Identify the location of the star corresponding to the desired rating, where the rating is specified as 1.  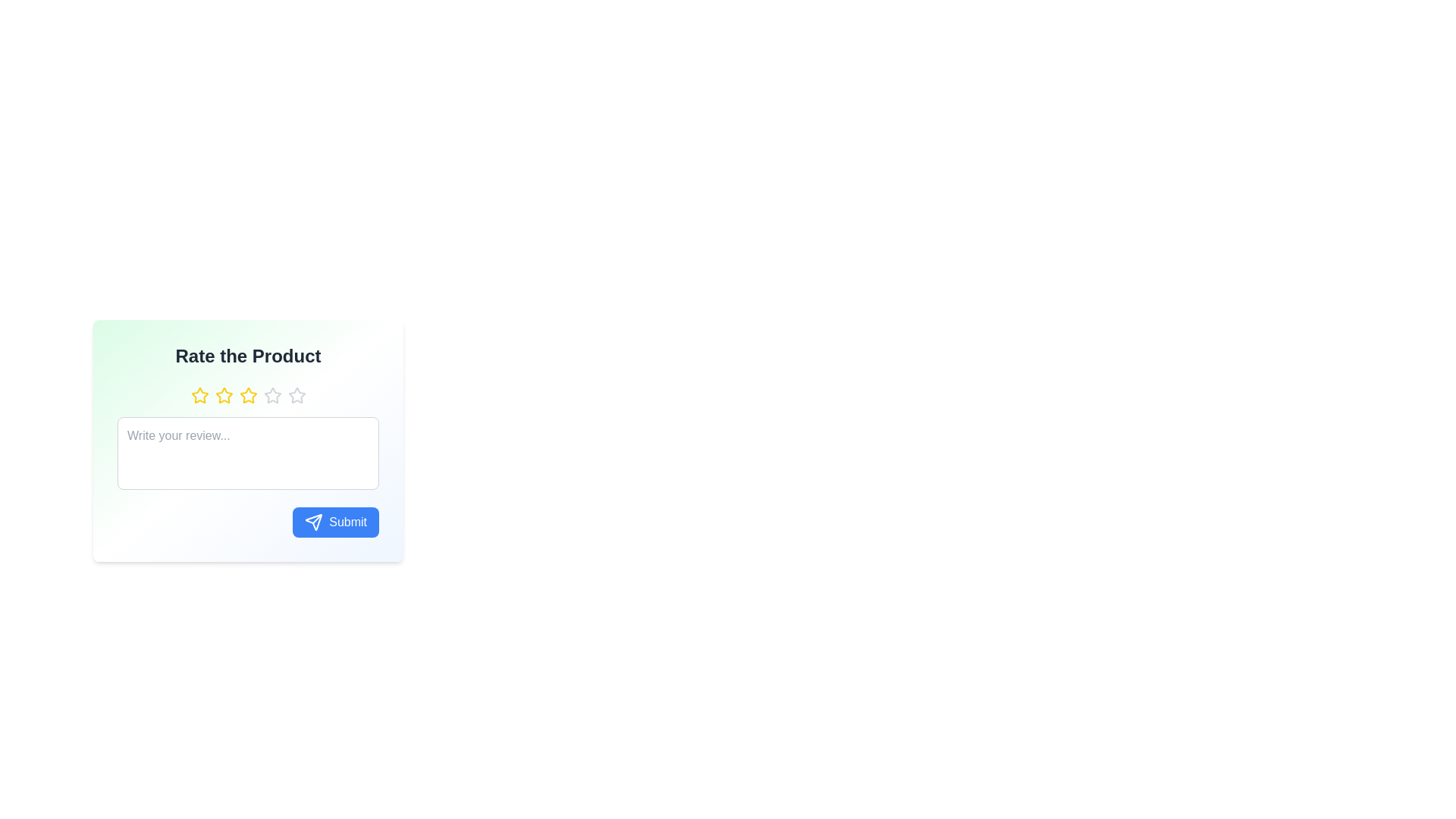
(199, 394).